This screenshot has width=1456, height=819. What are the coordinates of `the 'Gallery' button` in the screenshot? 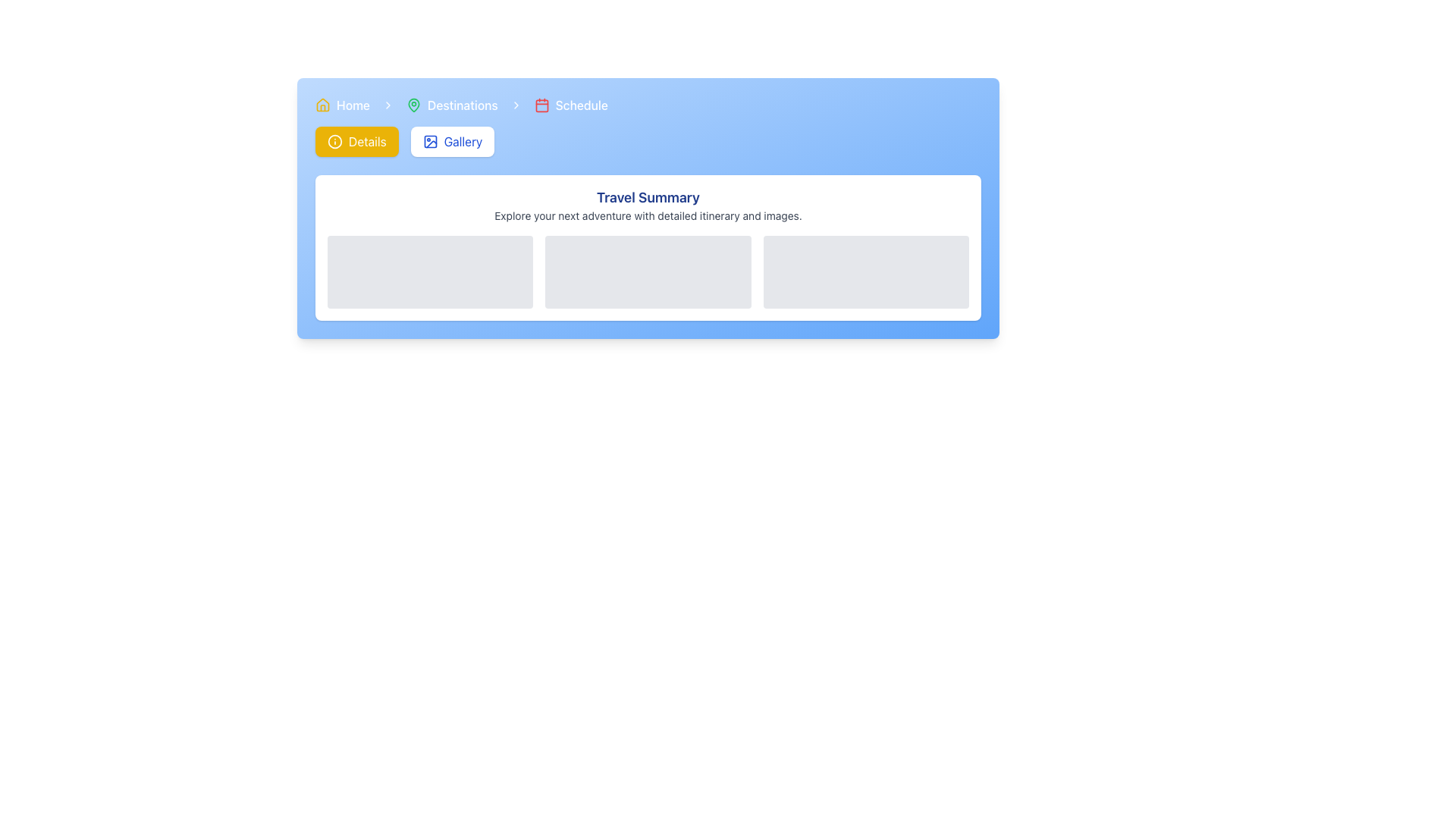 It's located at (451, 141).